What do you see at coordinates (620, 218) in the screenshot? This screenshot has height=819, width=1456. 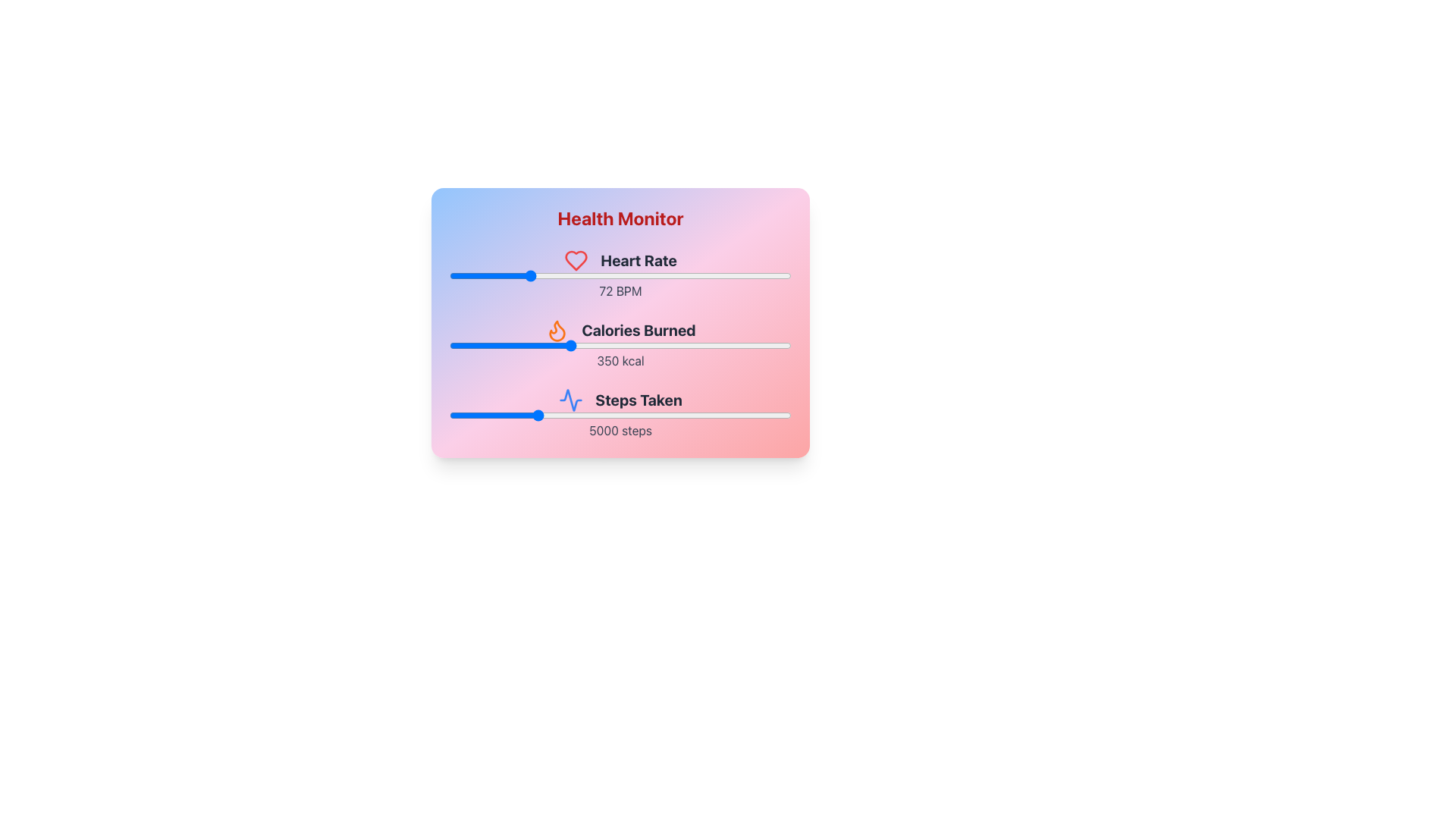 I see `the text label at the top of the health-monitoring card that indicates the card's purpose` at bounding box center [620, 218].